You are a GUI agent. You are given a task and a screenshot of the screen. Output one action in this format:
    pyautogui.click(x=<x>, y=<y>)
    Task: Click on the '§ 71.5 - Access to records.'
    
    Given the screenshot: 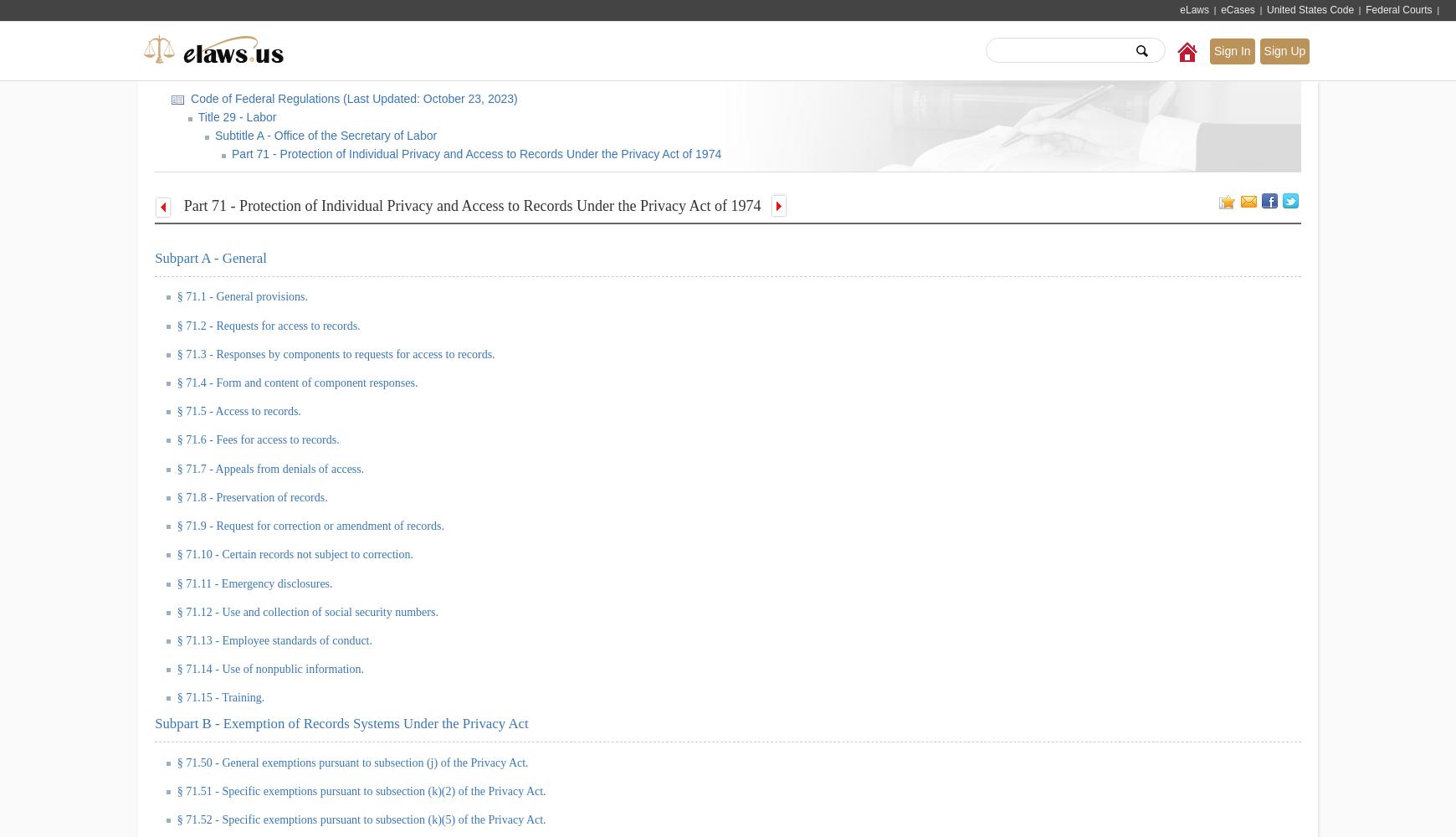 What is the action you would take?
    pyautogui.click(x=238, y=410)
    